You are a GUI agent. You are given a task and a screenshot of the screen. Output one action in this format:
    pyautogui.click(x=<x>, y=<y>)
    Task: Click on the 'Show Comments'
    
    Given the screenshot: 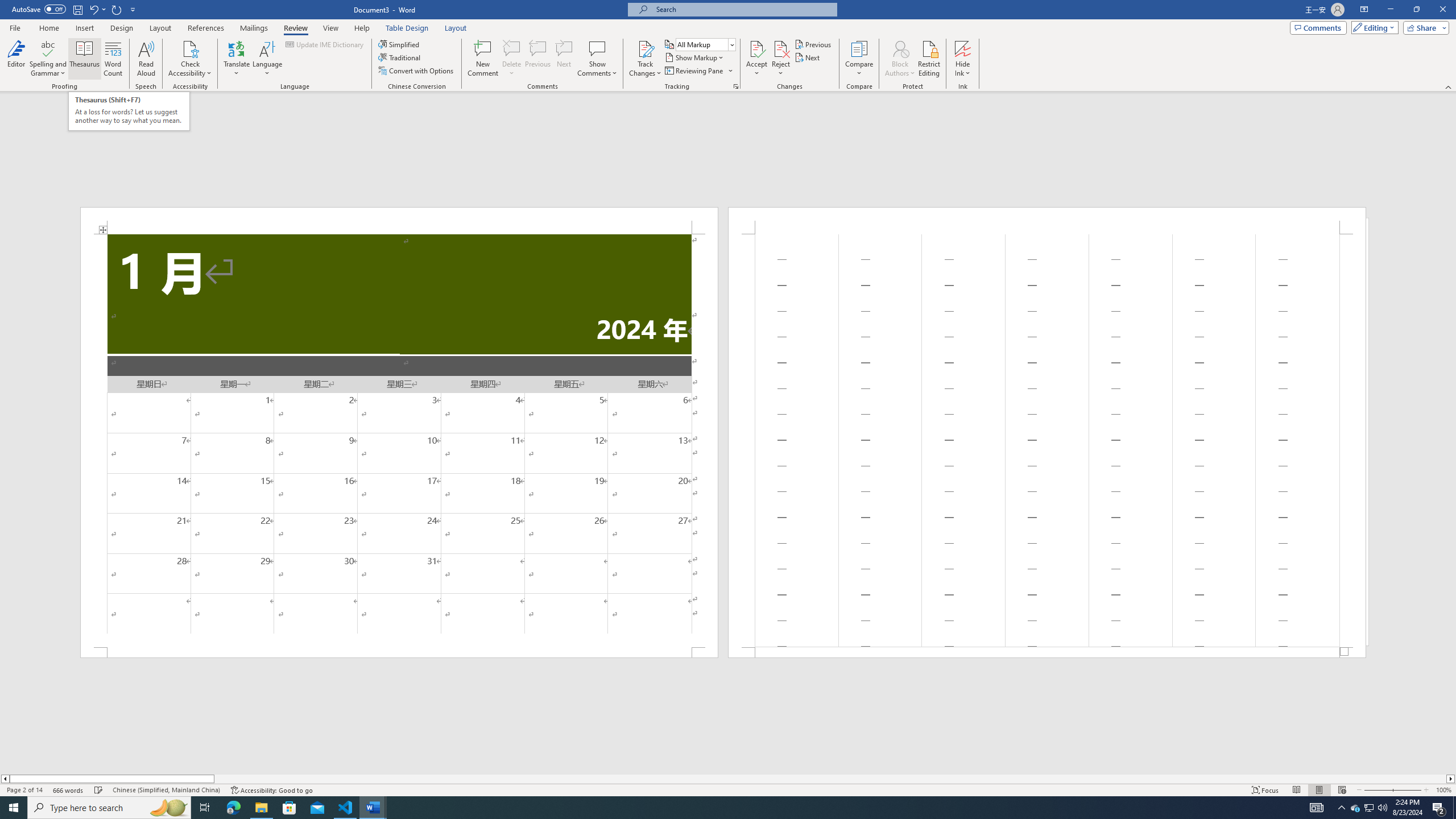 What is the action you would take?
    pyautogui.click(x=597, y=48)
    